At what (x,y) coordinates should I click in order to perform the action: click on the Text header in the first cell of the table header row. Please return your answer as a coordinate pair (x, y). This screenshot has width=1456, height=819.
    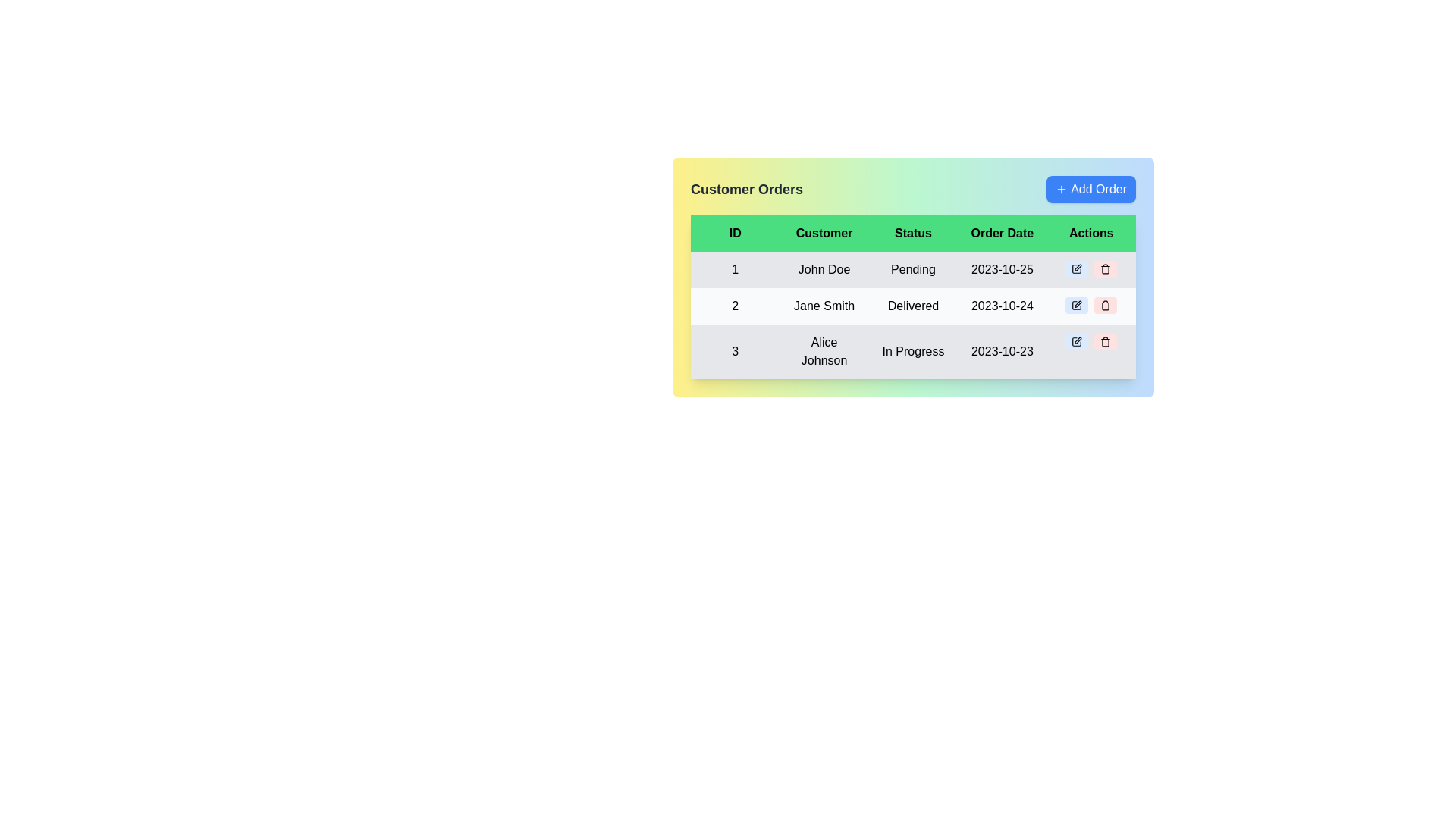
    Looking at the image, I should click on (735, 234).